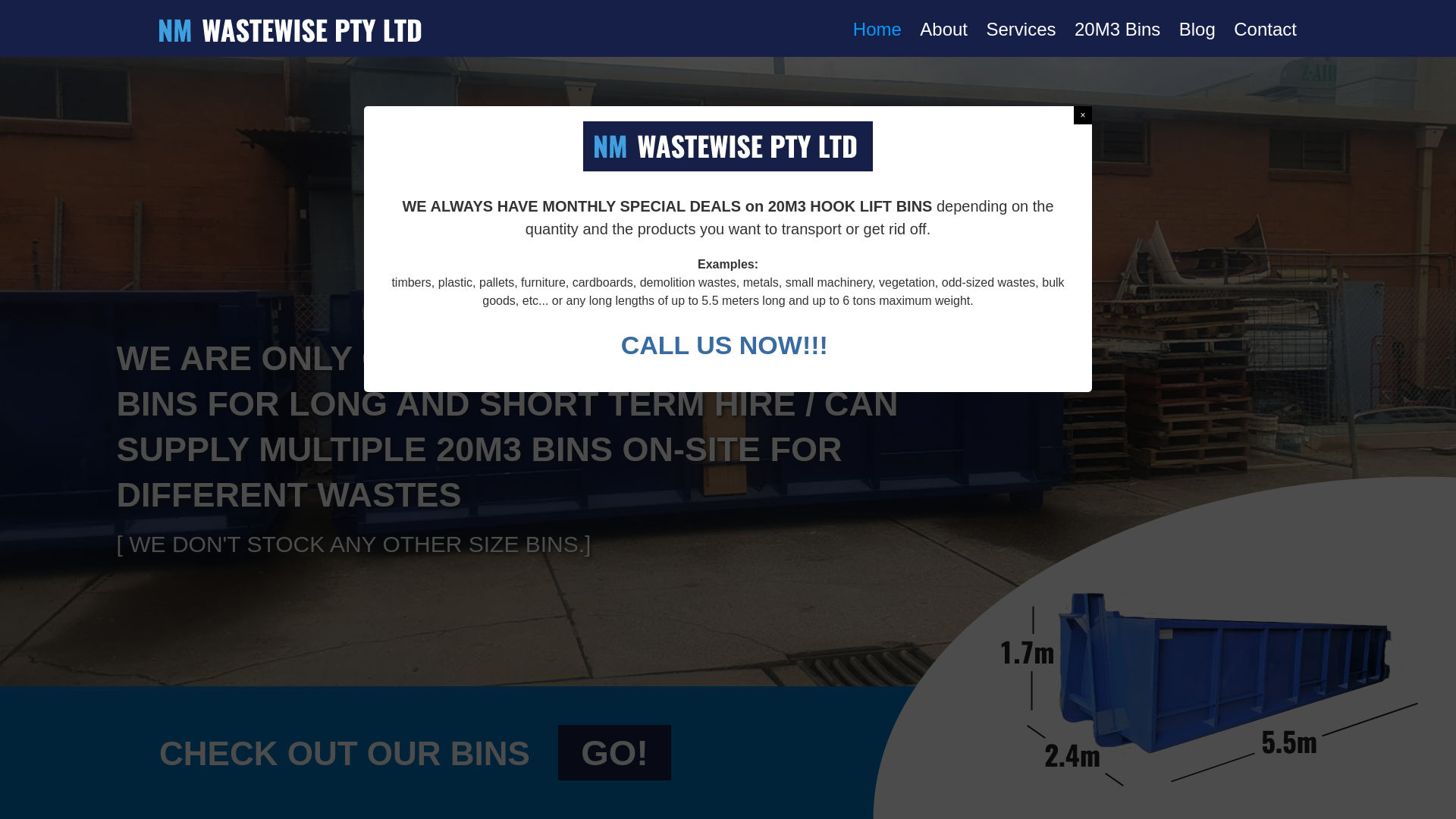 The height and width of the screenshot is (819, 1456). I want to click on 'Services', so click(1020, 29).